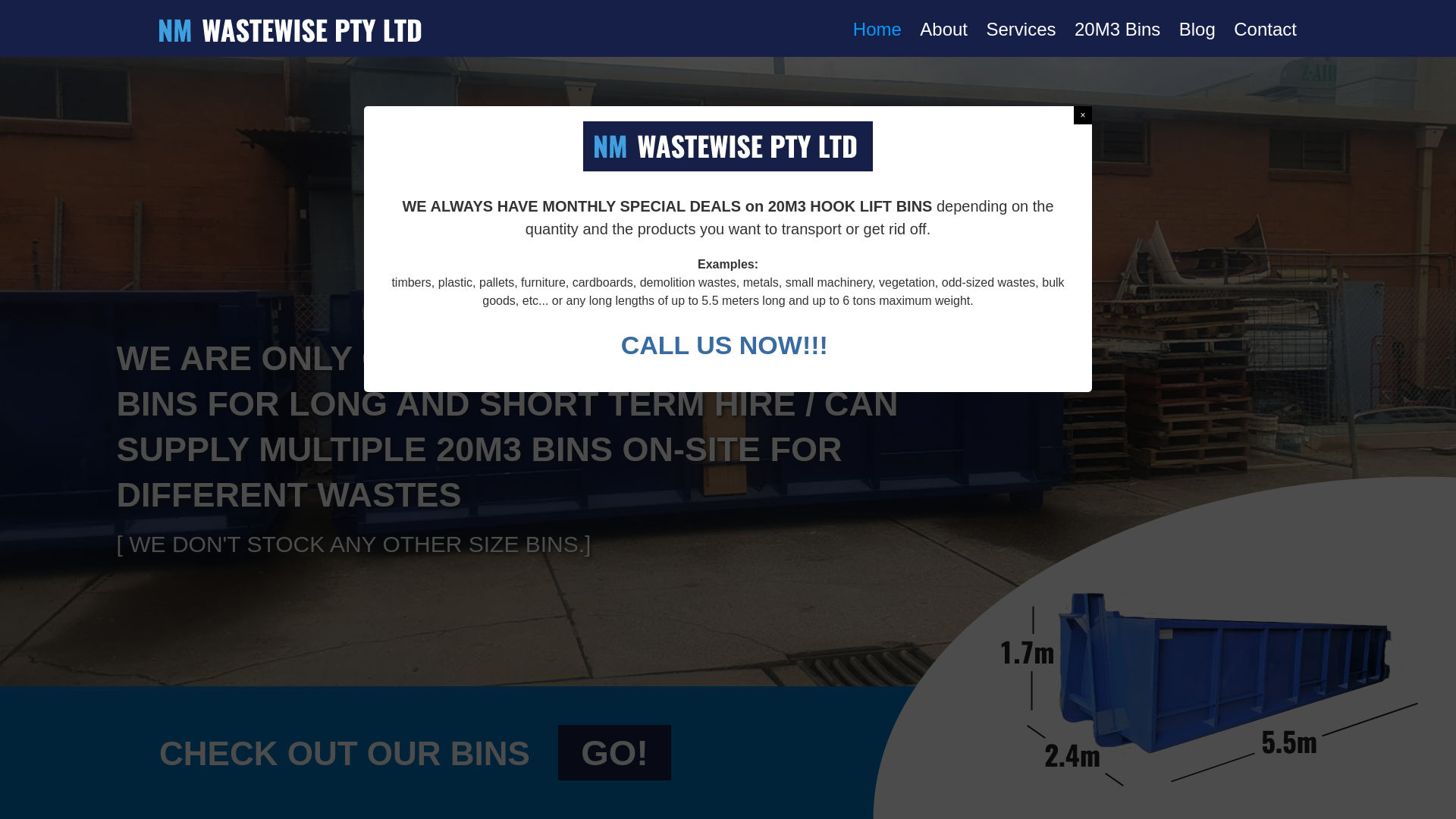 The height and width of the screenshot is (819, 1456). I want to click on 'Services', so click(1020, 29).